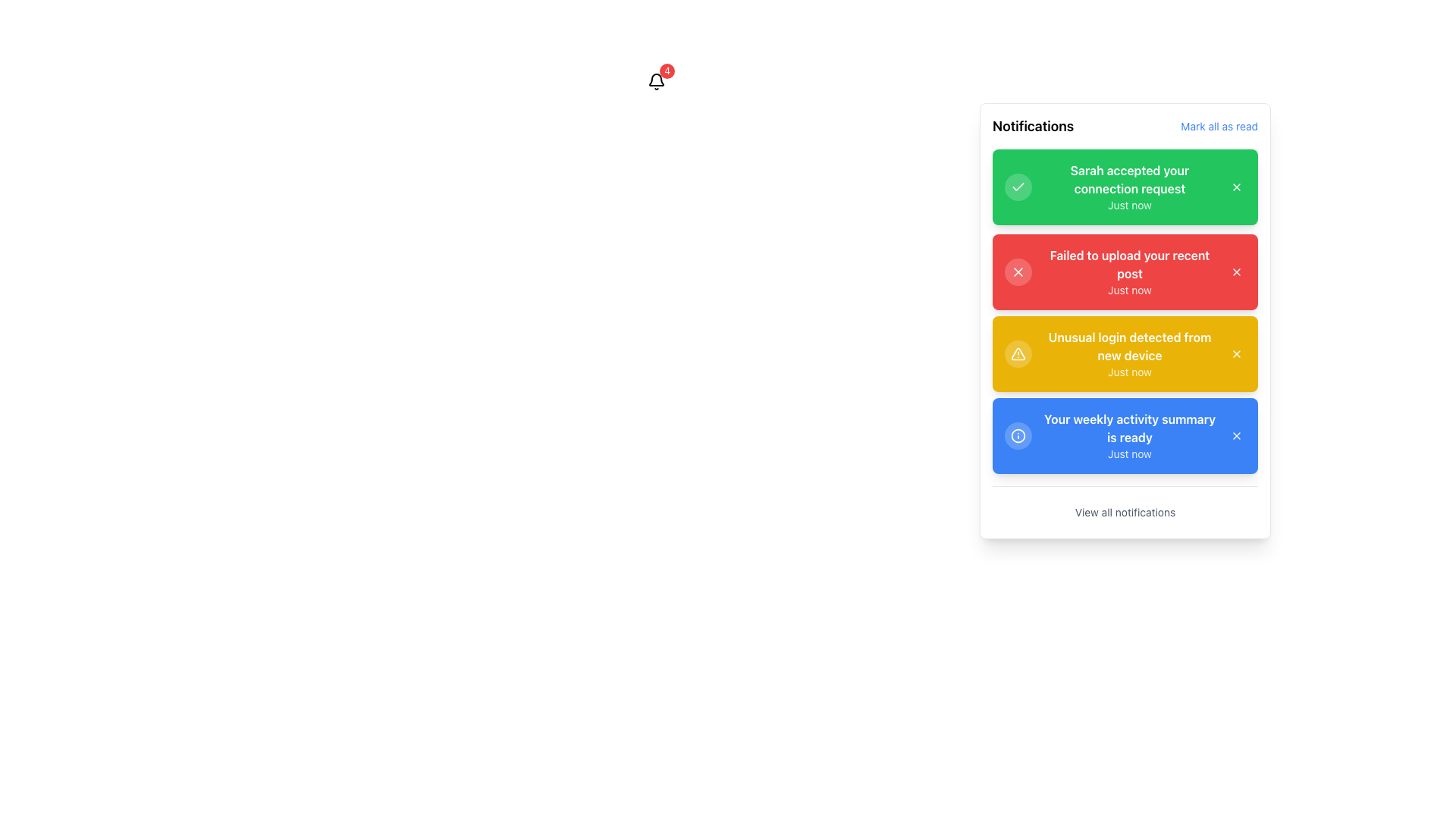  I want to click on the positive acknowledgment icon located in the top-left corner of the green notification entry indicating 'Sarah accepted your connection request.', so click(1018, 186).